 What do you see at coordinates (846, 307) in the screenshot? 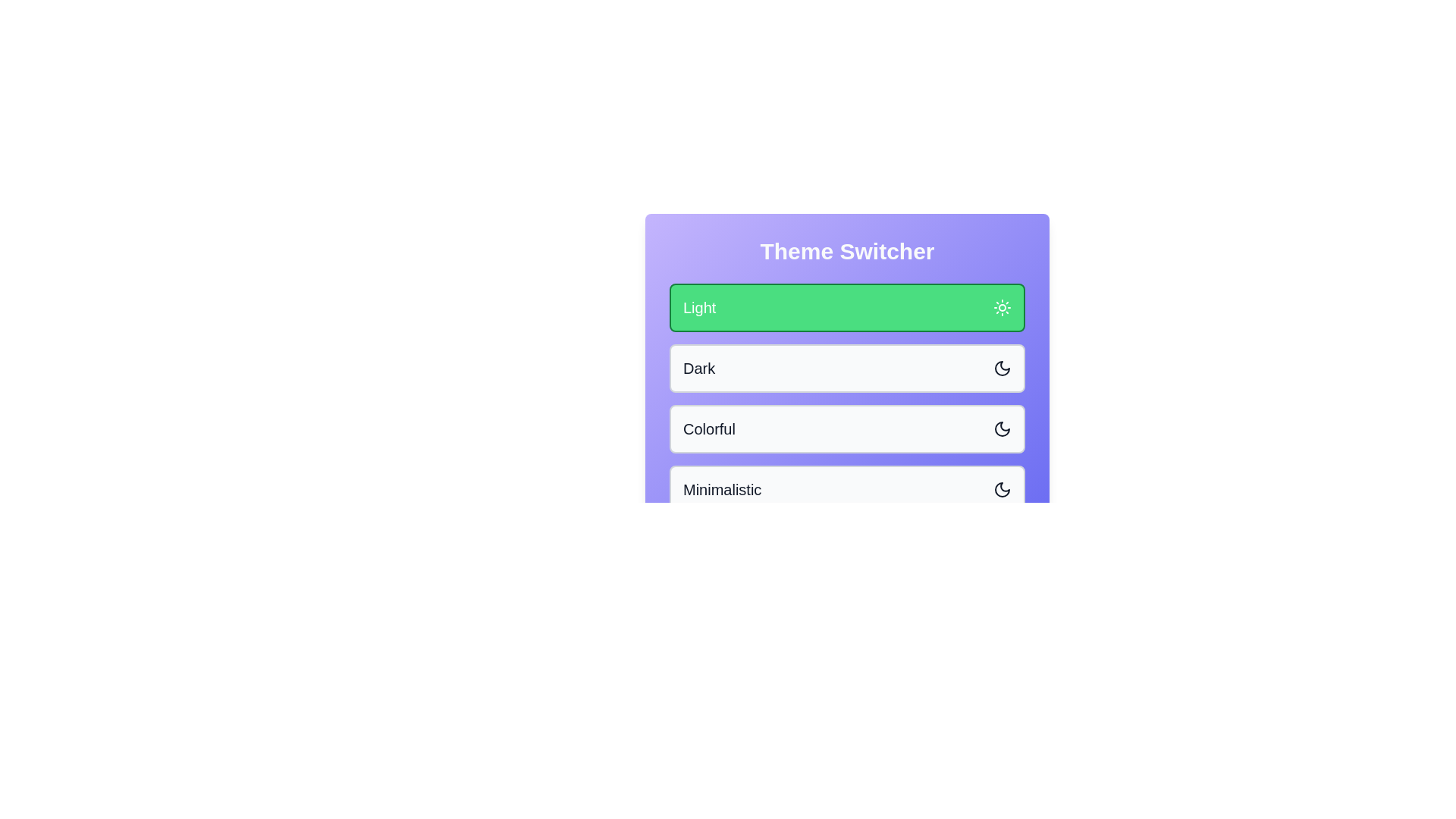
I see `the theme button for Light` at bounding box center [846, 307].